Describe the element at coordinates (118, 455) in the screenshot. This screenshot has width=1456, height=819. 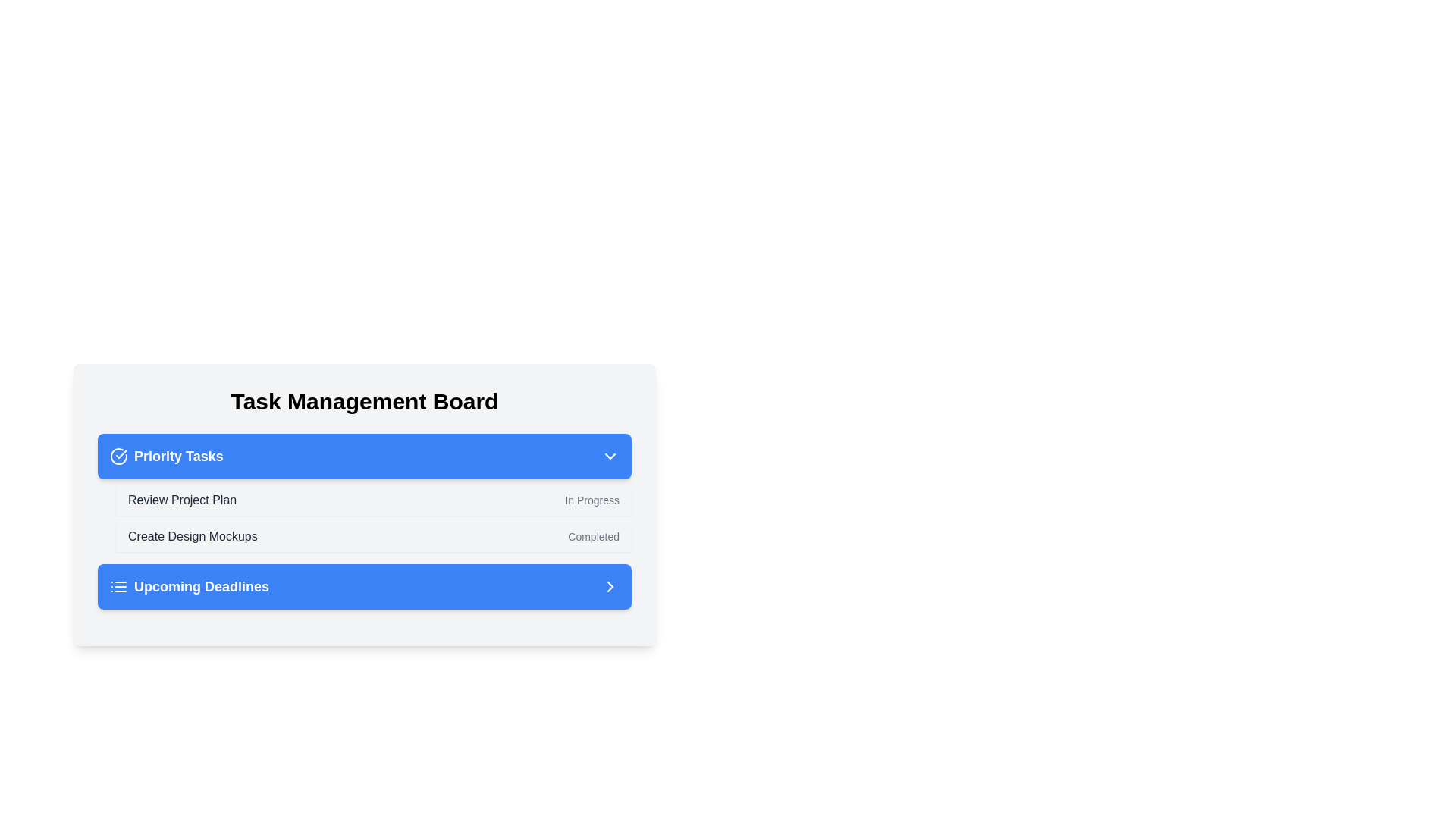
I see `the check mark icon located` at that location.